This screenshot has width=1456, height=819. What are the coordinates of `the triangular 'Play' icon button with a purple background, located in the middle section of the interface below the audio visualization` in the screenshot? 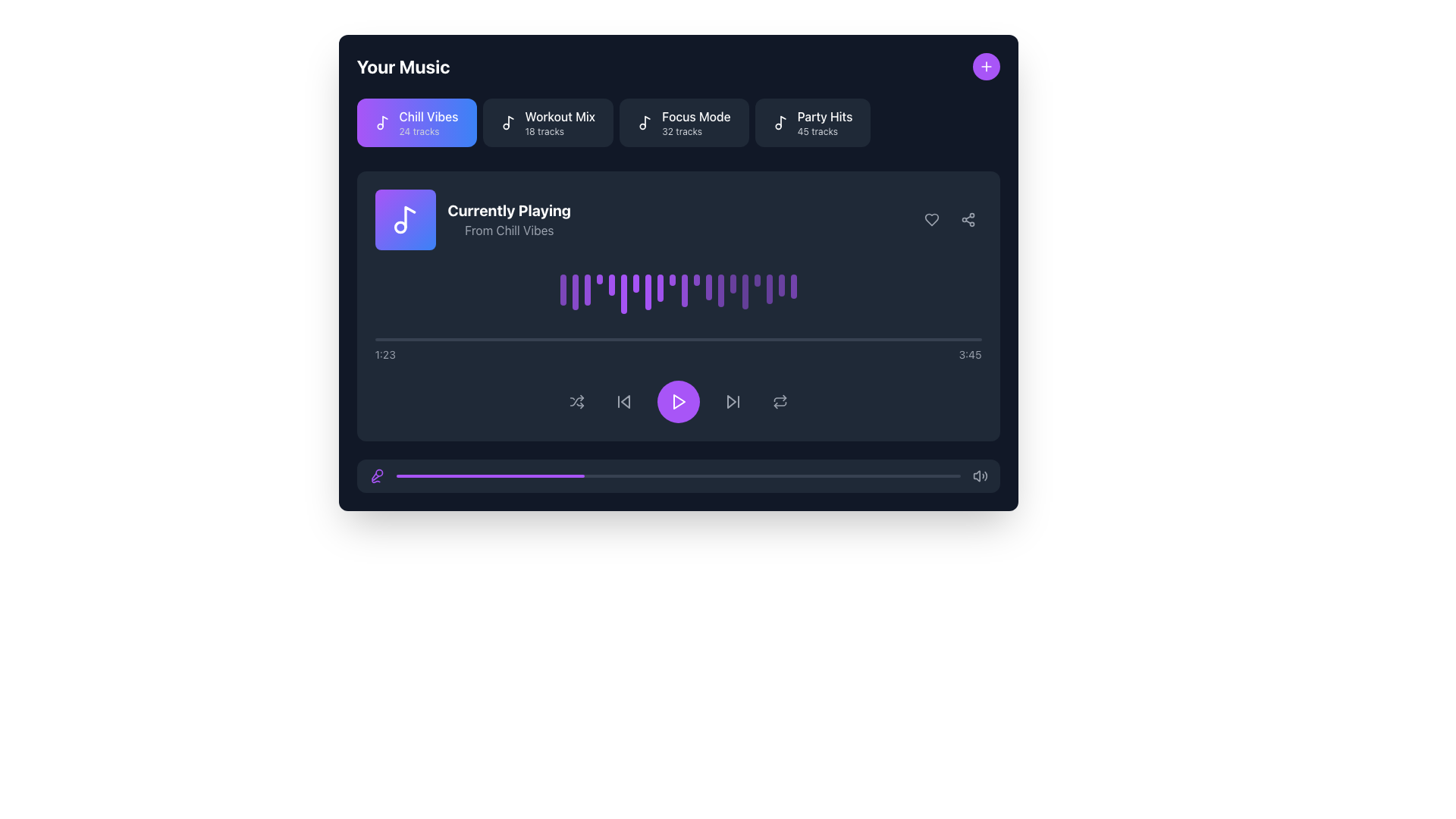 It's located at (677, 401).